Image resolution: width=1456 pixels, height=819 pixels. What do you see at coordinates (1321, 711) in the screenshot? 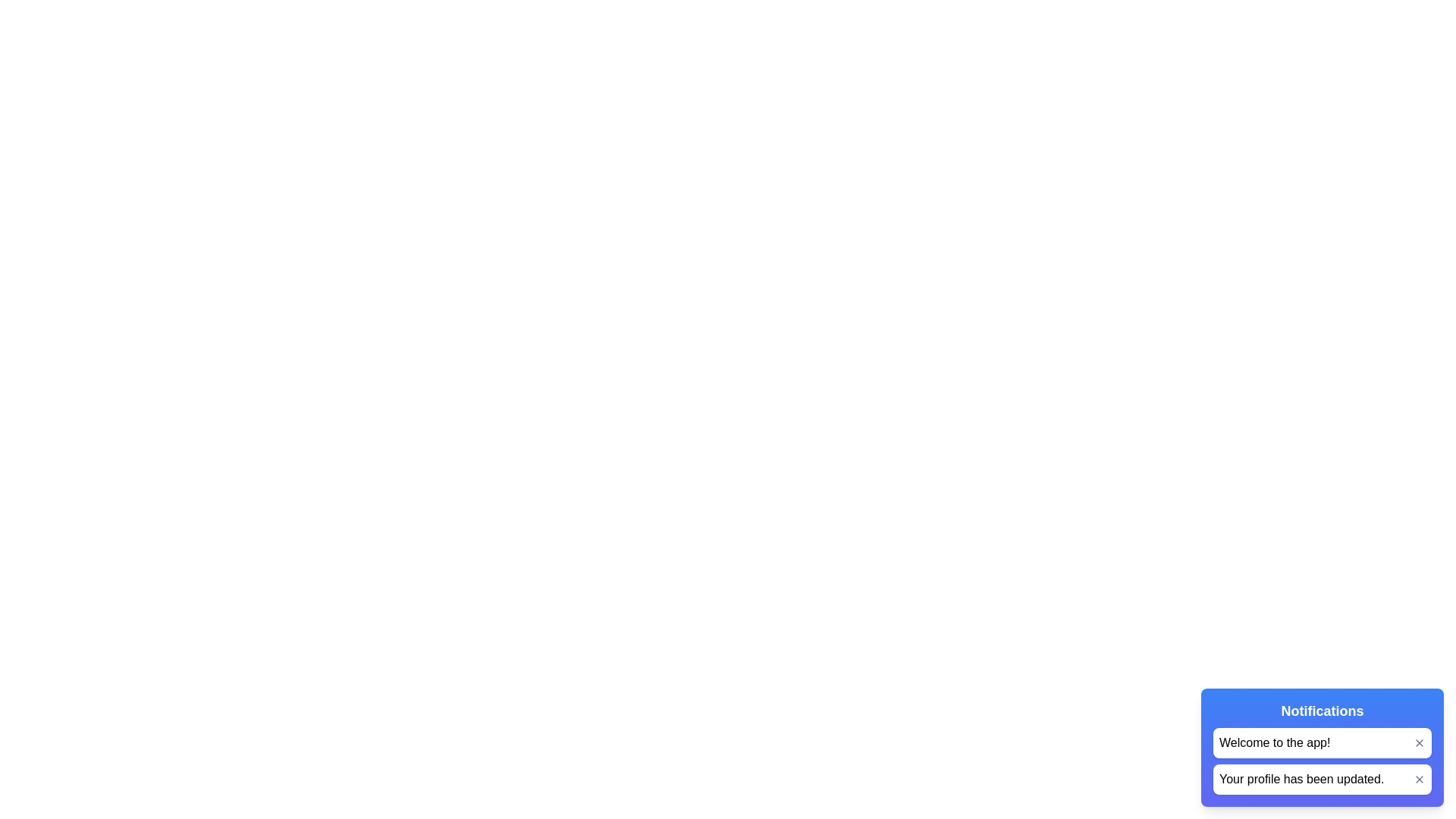
I see `the bold, large-sized text label with the word 'Notifications' styled in white against a blue background, located at the top section of the notification card in the bottom-right corner of the interface` at bounding box center [1321, 711].